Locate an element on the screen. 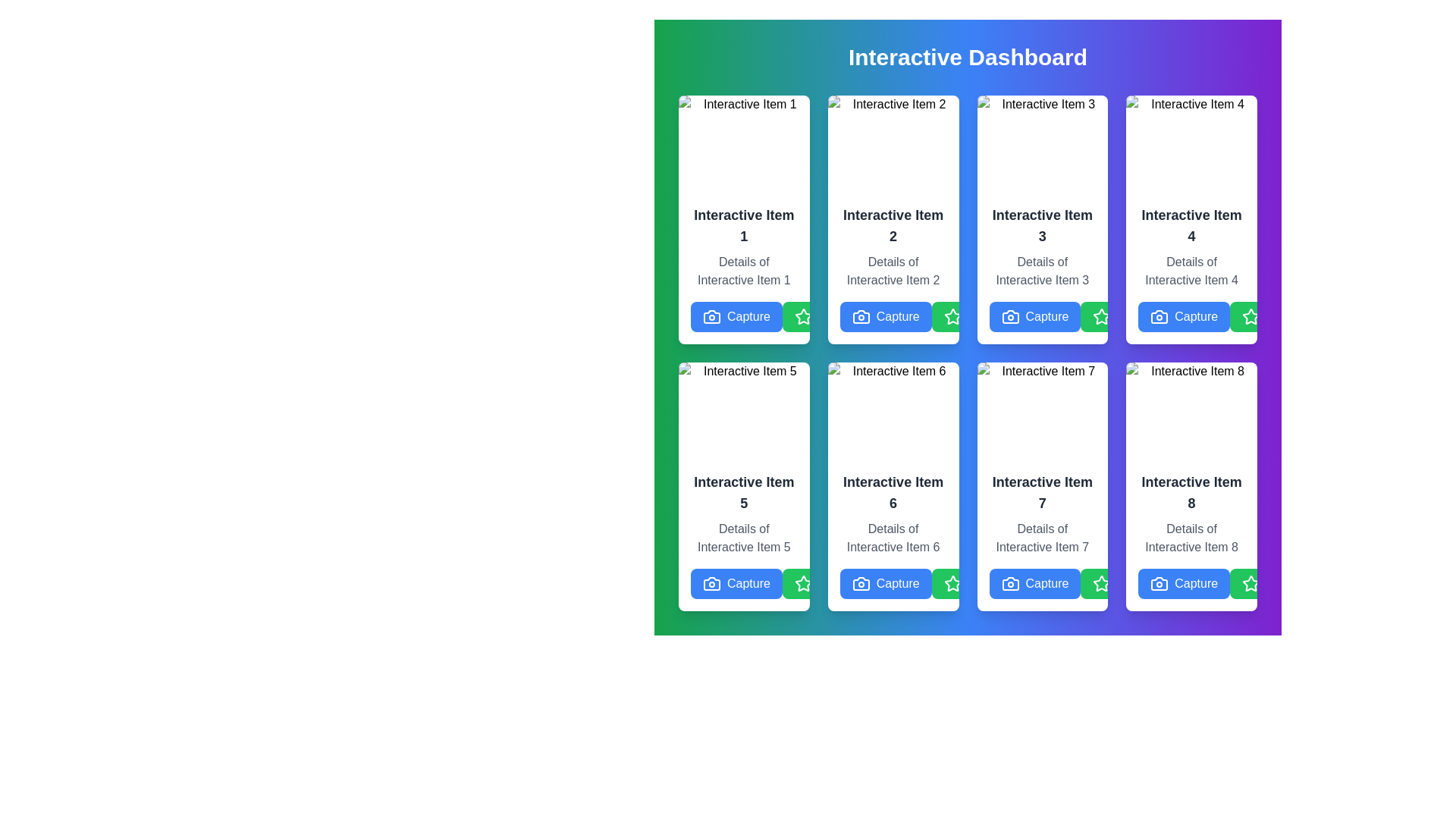 The image size is (1456, 819). the descriptive text element located below the title 'Interactive Item 2' and above the 'Capture' button in the second card is located at coordinates (893, 271).